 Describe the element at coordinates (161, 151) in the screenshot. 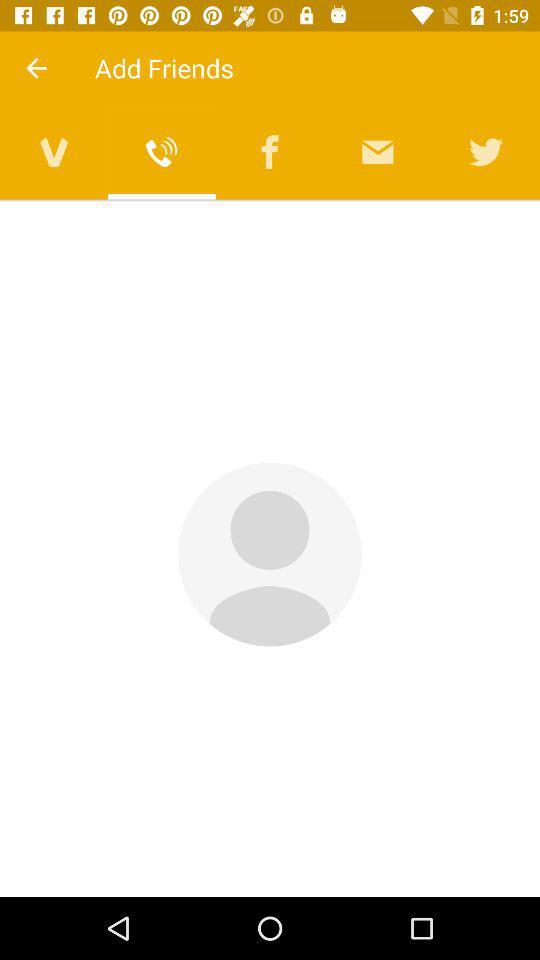

I see `initiates phone call` at that location.